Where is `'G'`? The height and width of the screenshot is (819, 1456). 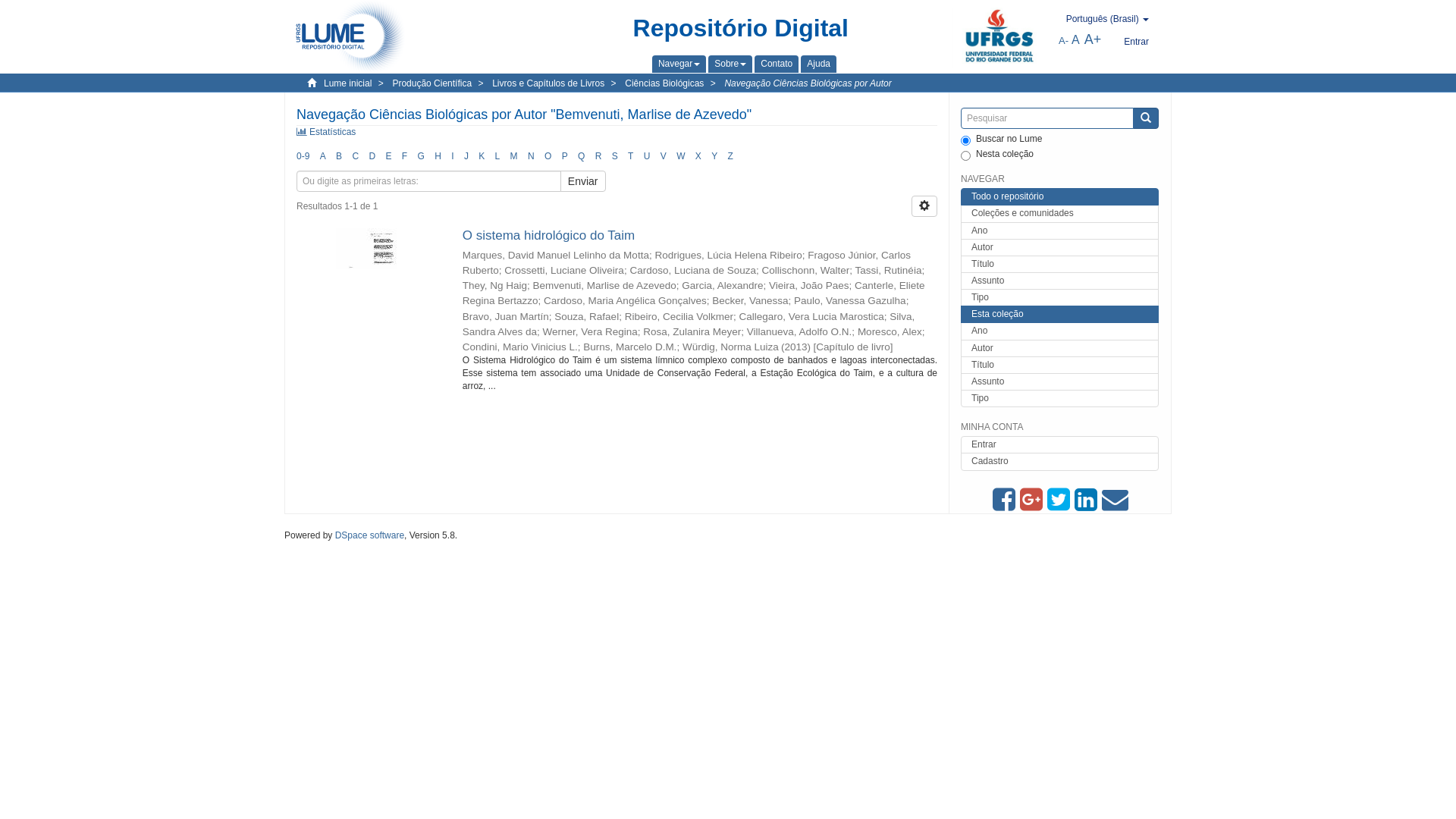 'G' is located at coordinates (420, 155).